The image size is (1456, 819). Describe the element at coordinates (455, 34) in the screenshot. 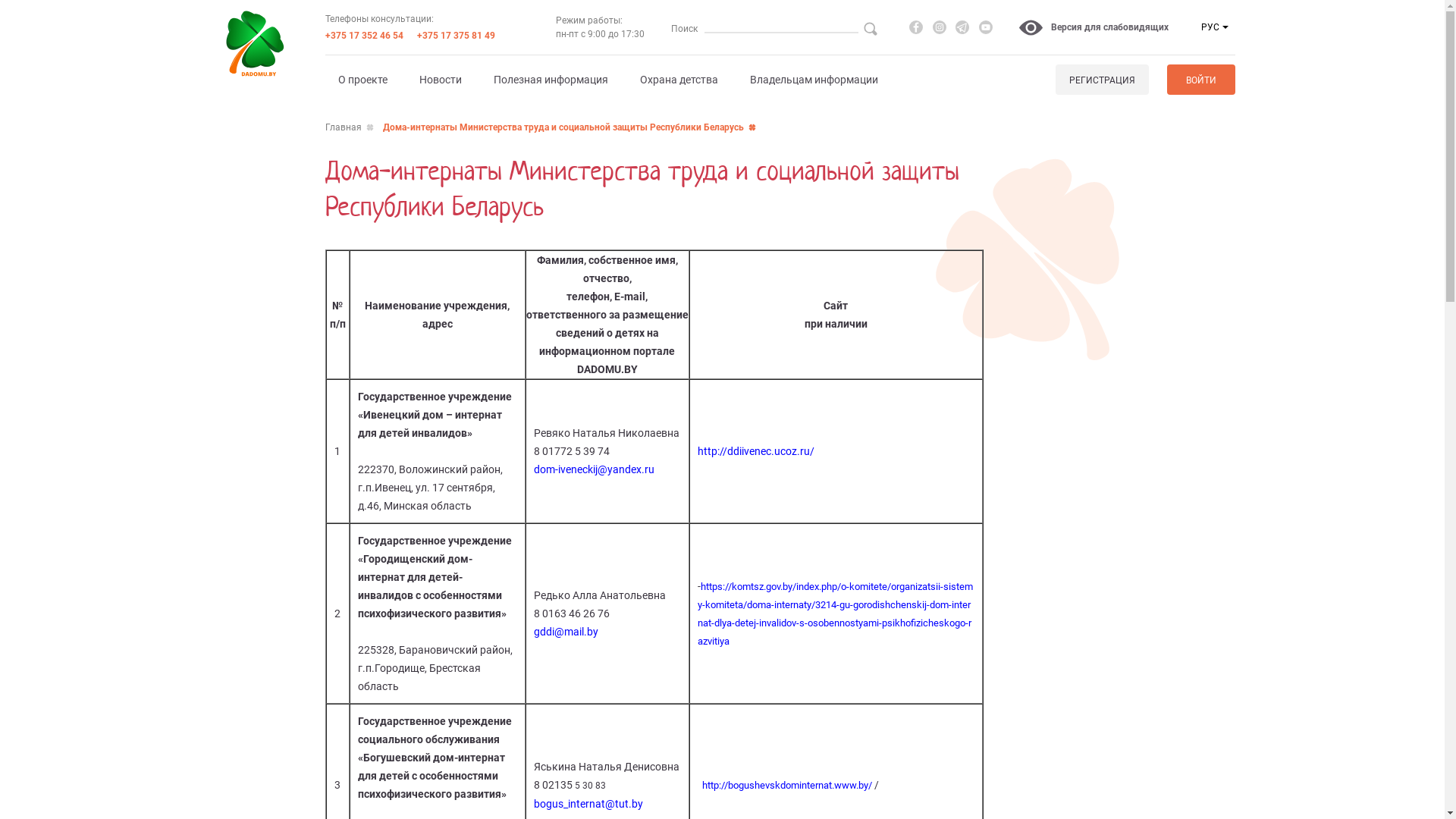

I see `'+375 17 375 81 49'` at that location.